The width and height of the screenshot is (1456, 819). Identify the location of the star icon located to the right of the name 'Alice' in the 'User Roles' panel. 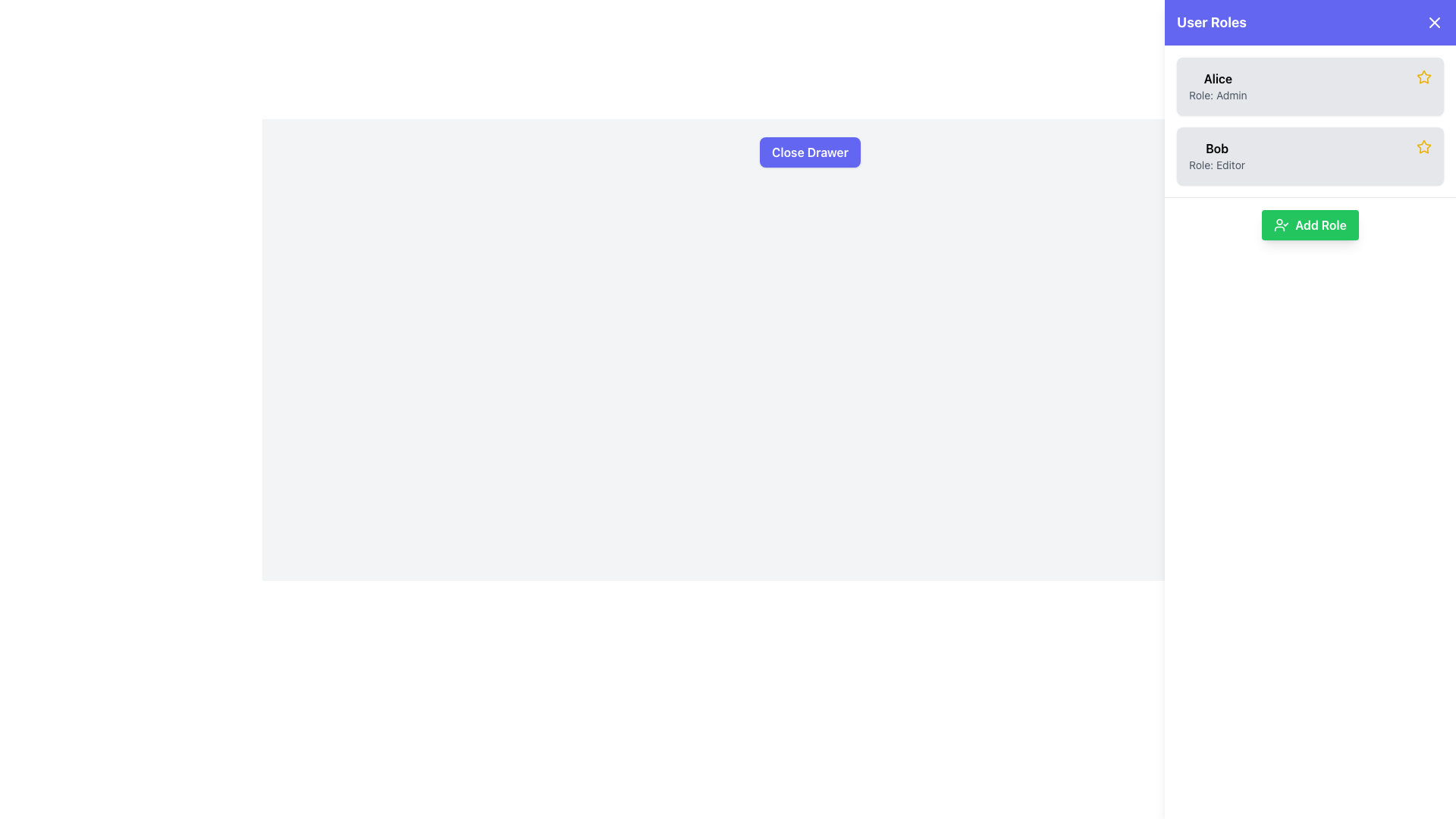
(1422, 146).